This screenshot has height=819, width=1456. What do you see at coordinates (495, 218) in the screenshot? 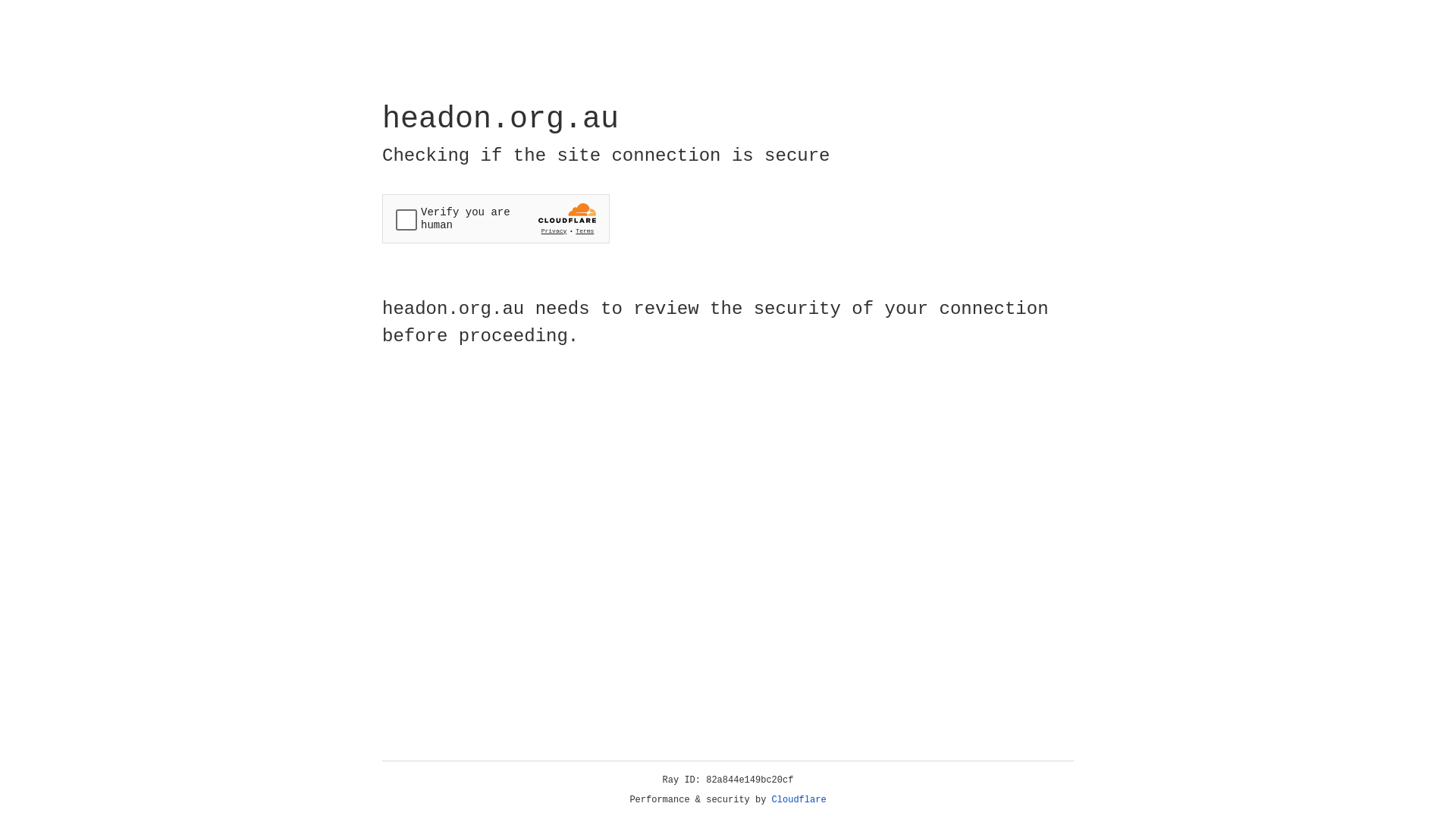
I see `'Widget containing a Cloudflare security challenge'` at bounding box center [495, 218].